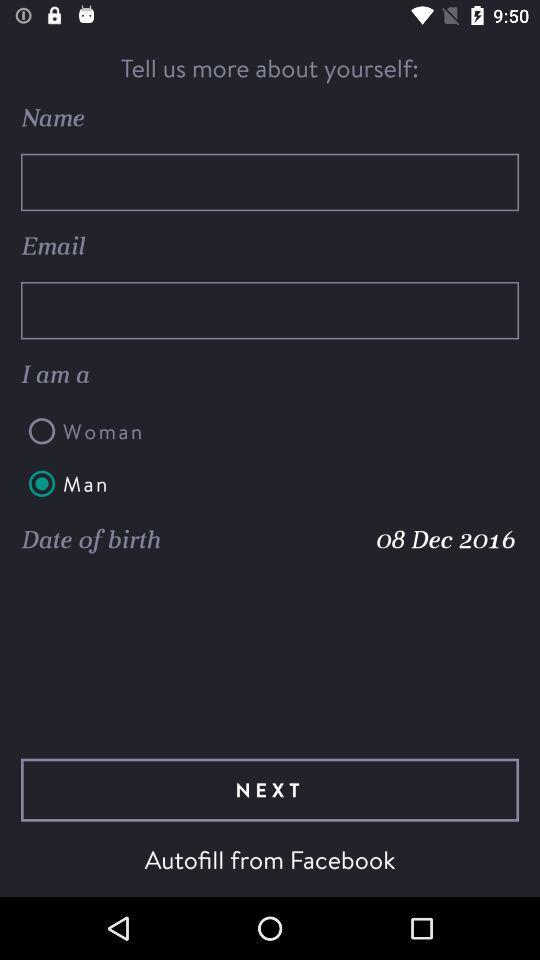  Describe the element at coordinates (270, 310) in the screenshot. I see `item above the i am a` at that location.